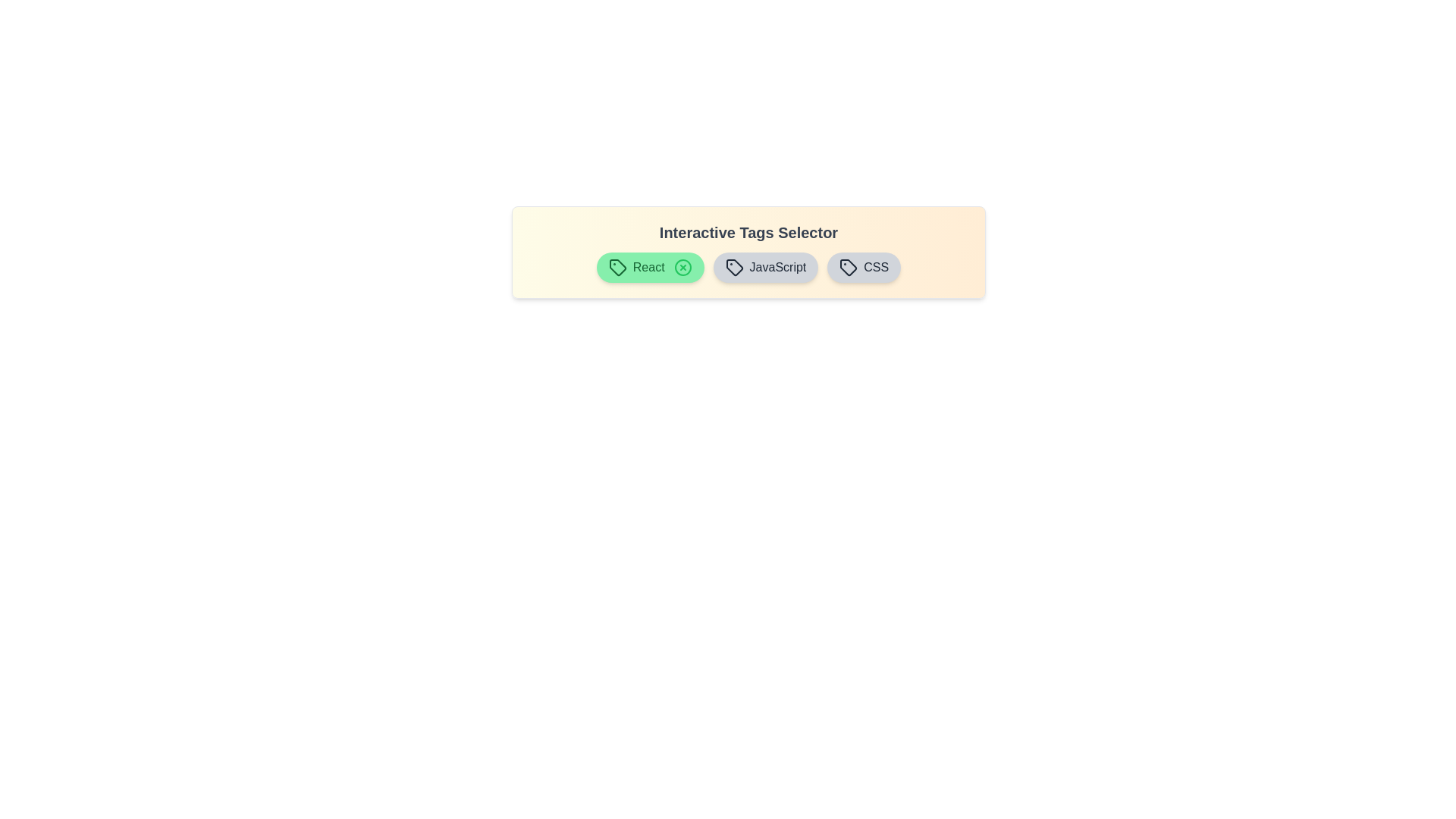  Describe the element at coordinates (650, 267) in the screenshot. I see `the tag React` at that location.